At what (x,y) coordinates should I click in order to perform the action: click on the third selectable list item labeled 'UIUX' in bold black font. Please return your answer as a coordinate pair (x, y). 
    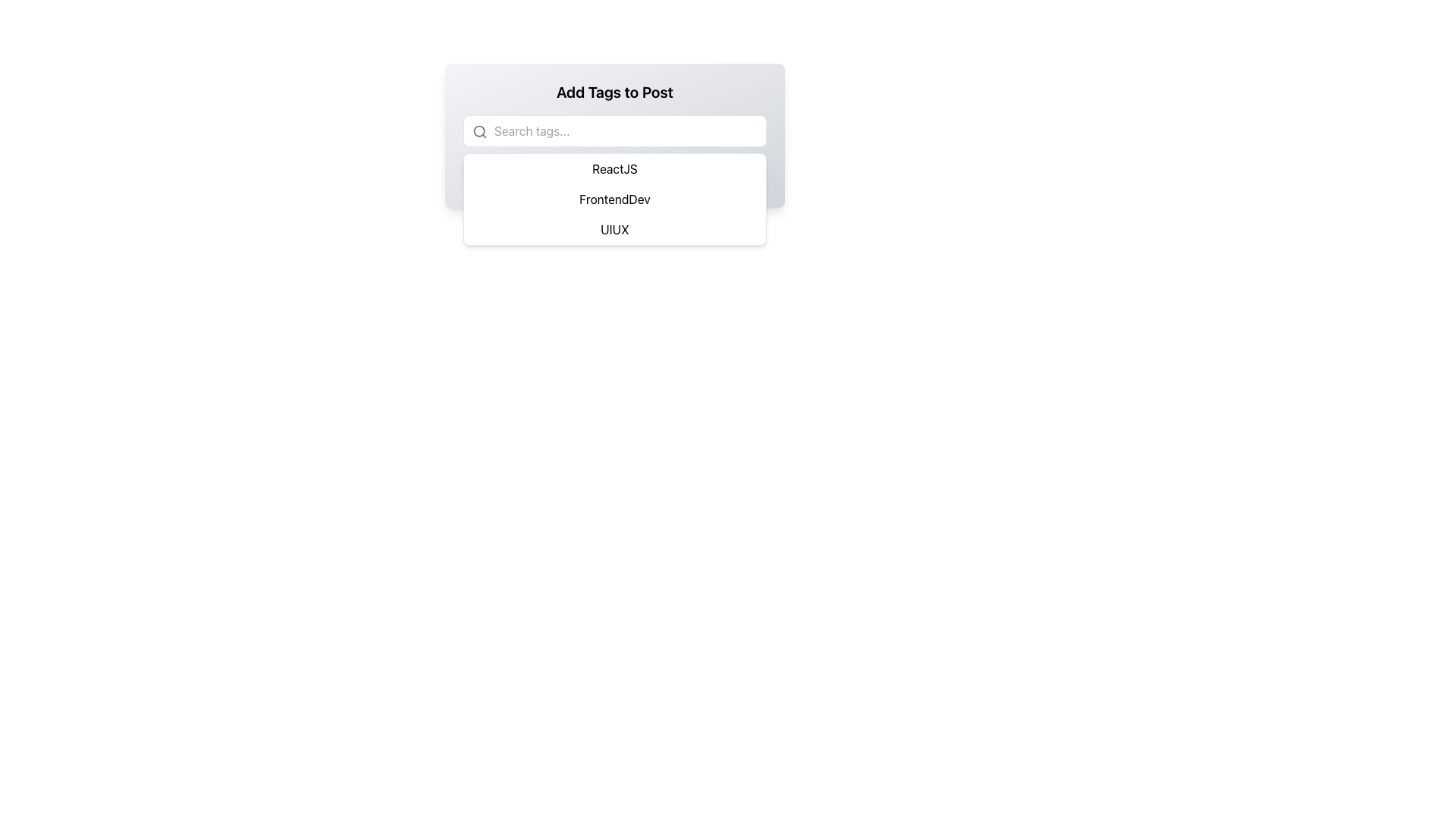
    Looking at the image, I should click on (615, 230).